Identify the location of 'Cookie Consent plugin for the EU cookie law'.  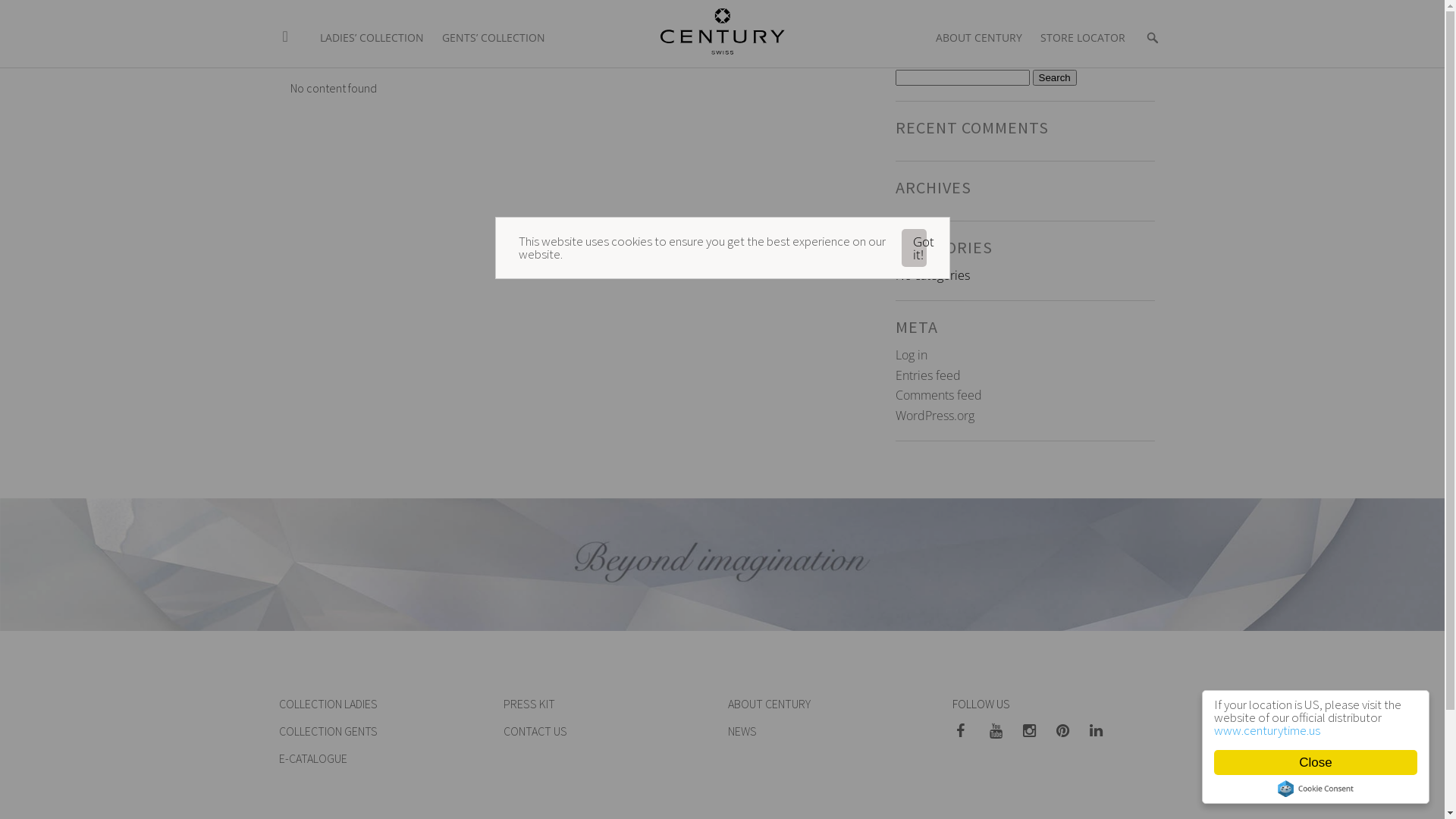
(1276, 788).